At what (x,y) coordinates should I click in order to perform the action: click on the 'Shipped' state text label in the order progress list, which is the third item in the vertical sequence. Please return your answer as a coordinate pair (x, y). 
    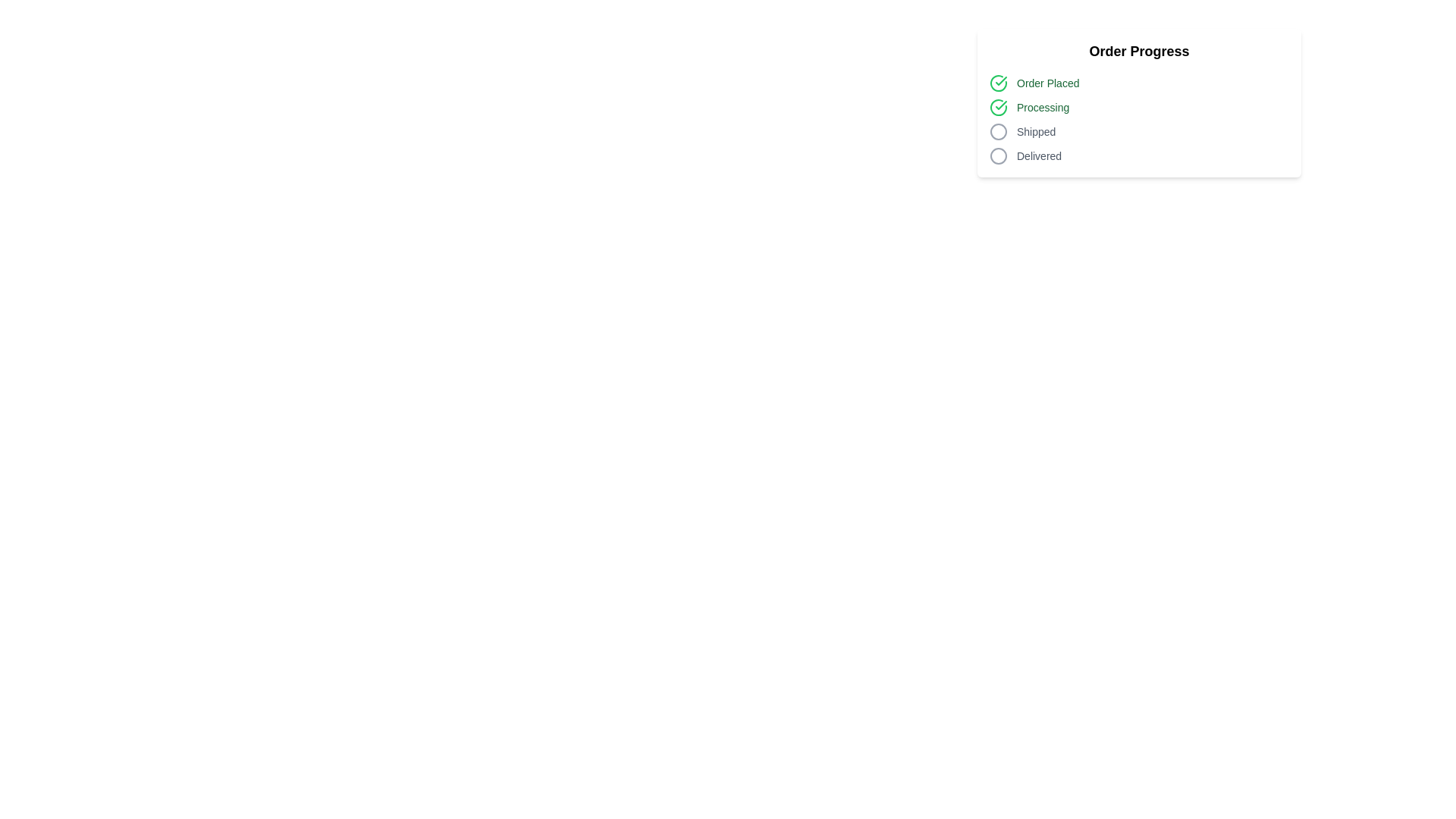
    Looking at the image, I should click on (1035, 130).